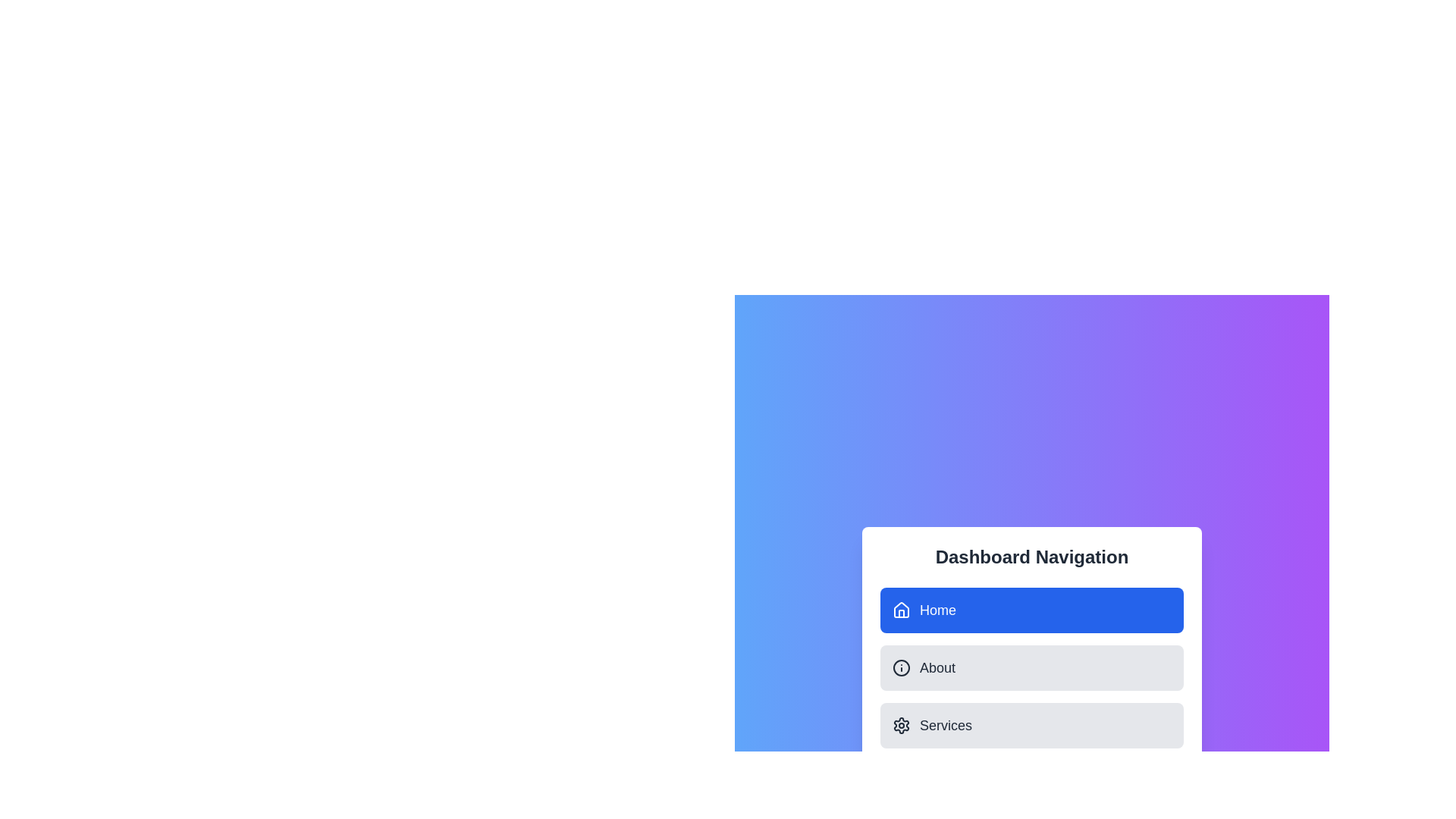  What do you see at coordinates (902, 667) in the screenshot?
I see `the information icon in the 'About' section of the vertical navigation menu for interaction` at bounding box center [902, 667].